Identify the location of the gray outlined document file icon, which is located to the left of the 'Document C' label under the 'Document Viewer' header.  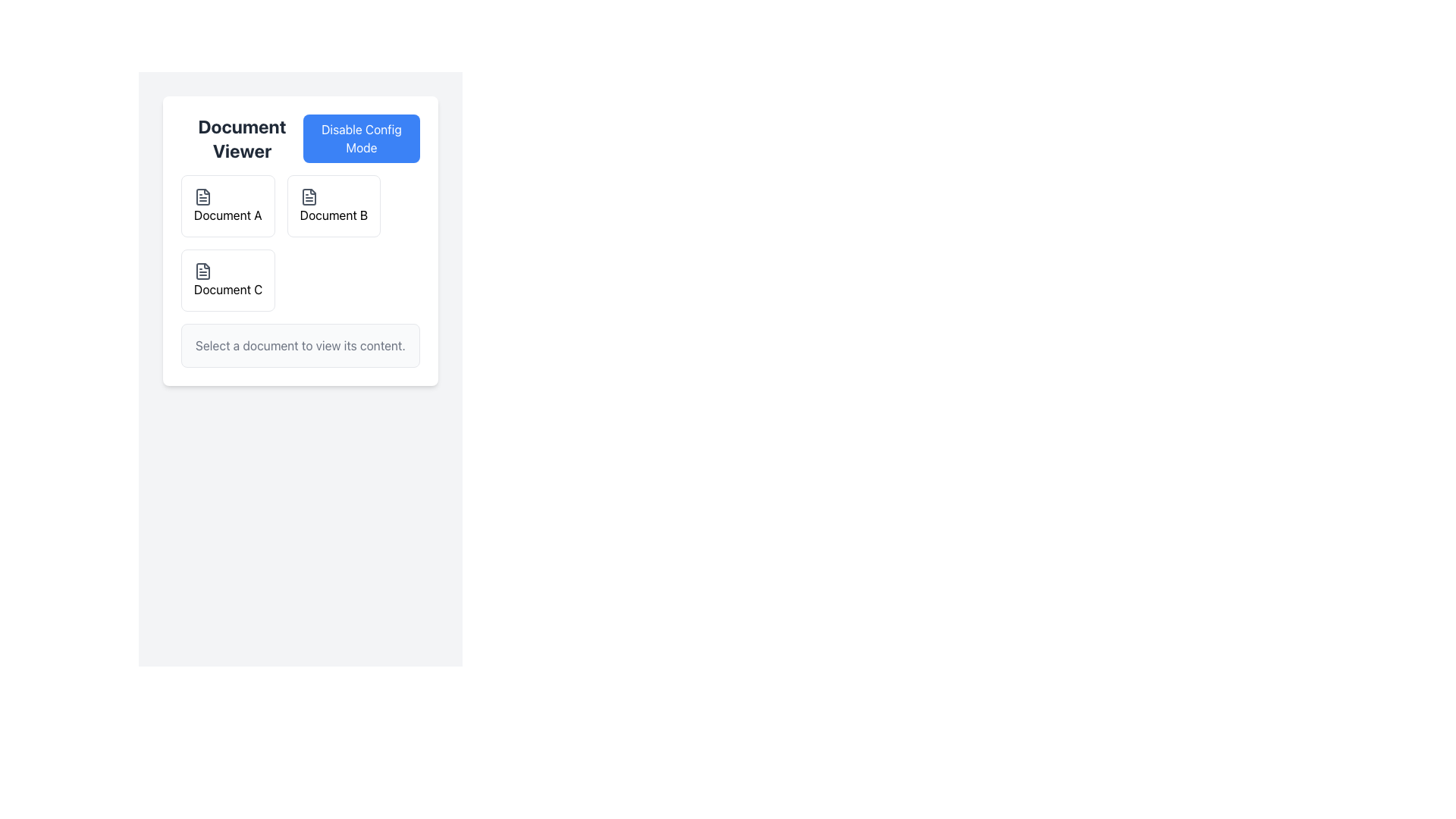
(202, 271).